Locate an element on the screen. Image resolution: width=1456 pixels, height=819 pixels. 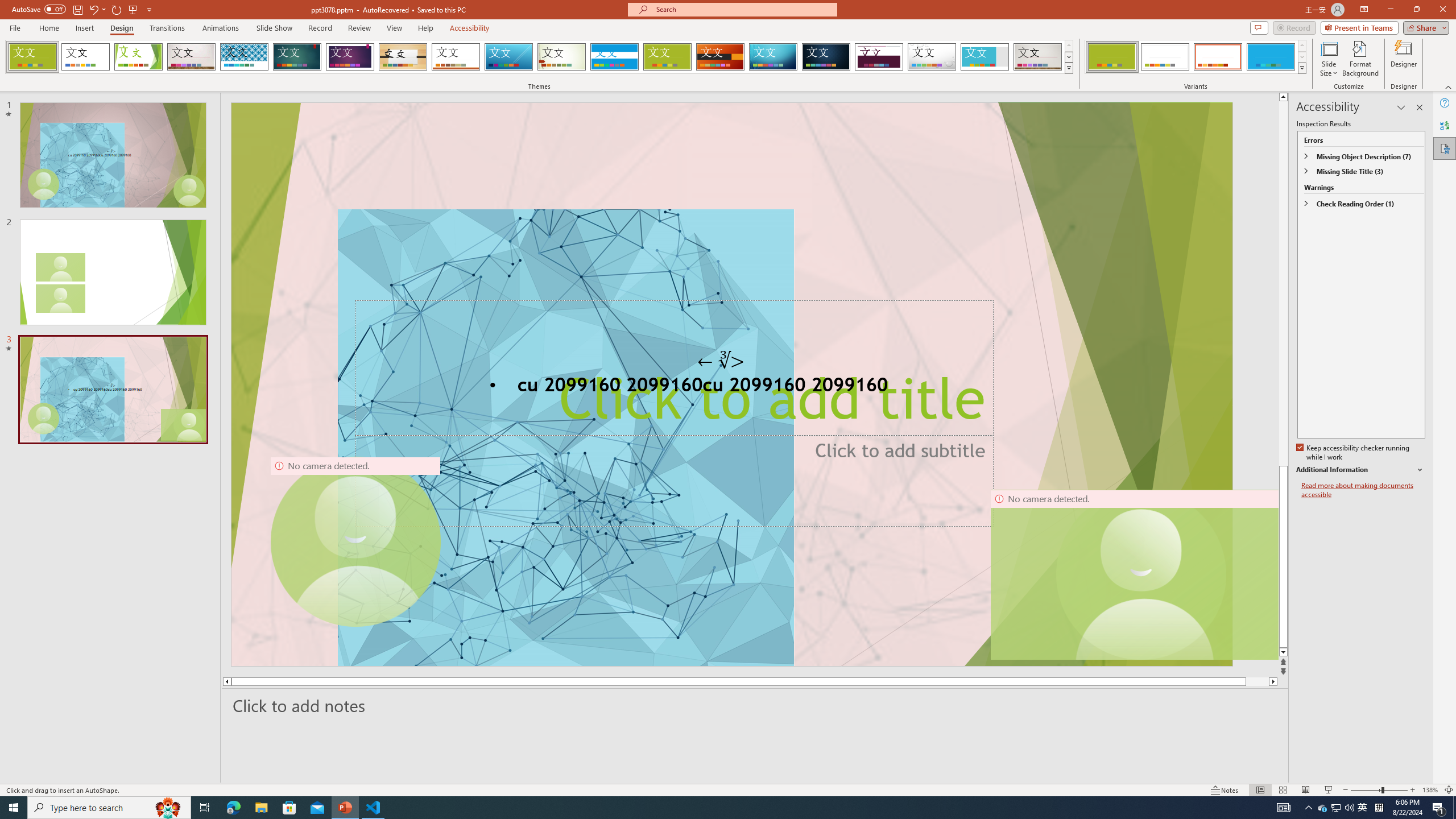
'Facet' is located at coordinates (138, 56).